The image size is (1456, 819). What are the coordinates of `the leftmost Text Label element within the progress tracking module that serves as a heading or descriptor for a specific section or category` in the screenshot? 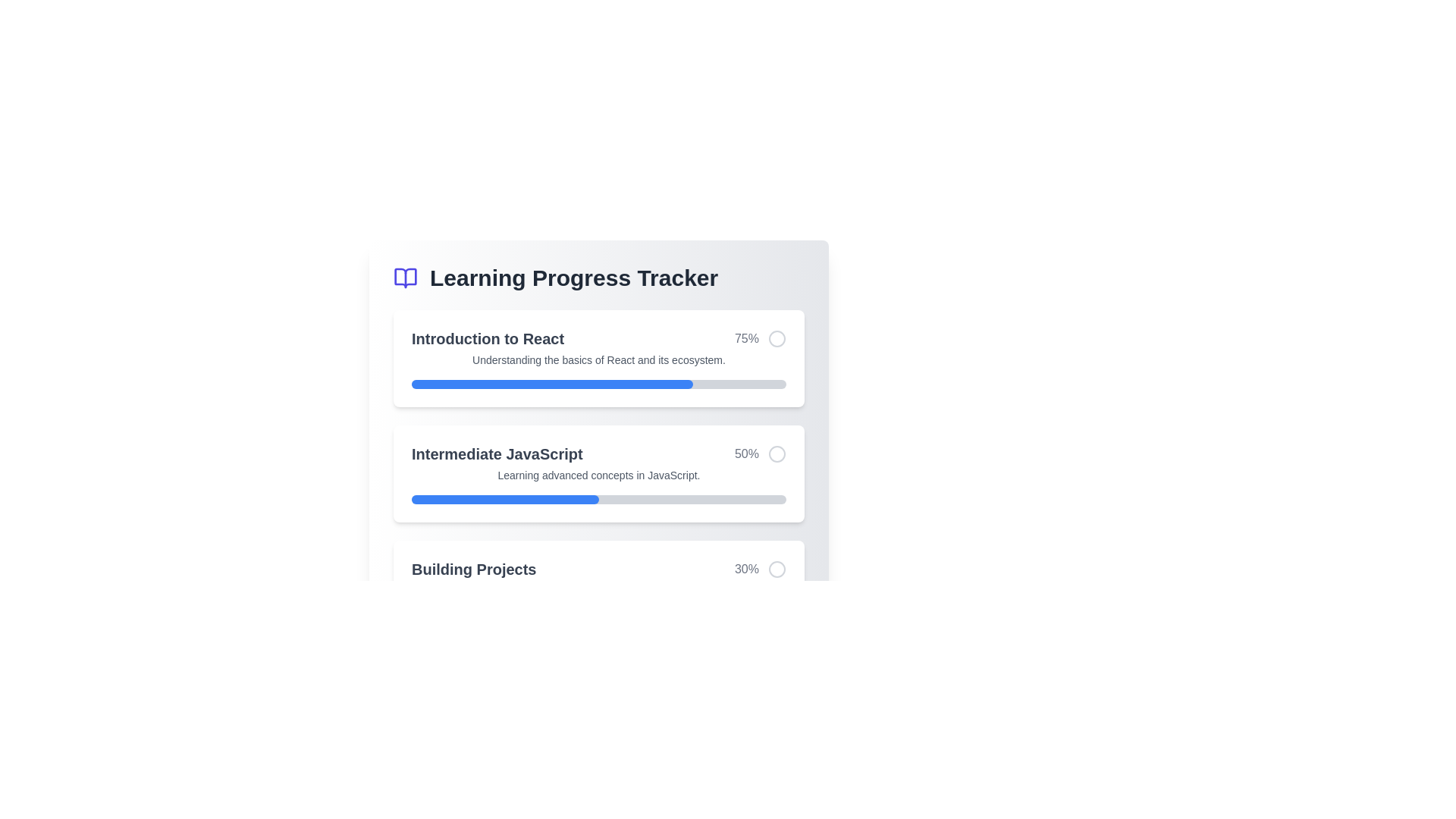 It's located at (473, 570).